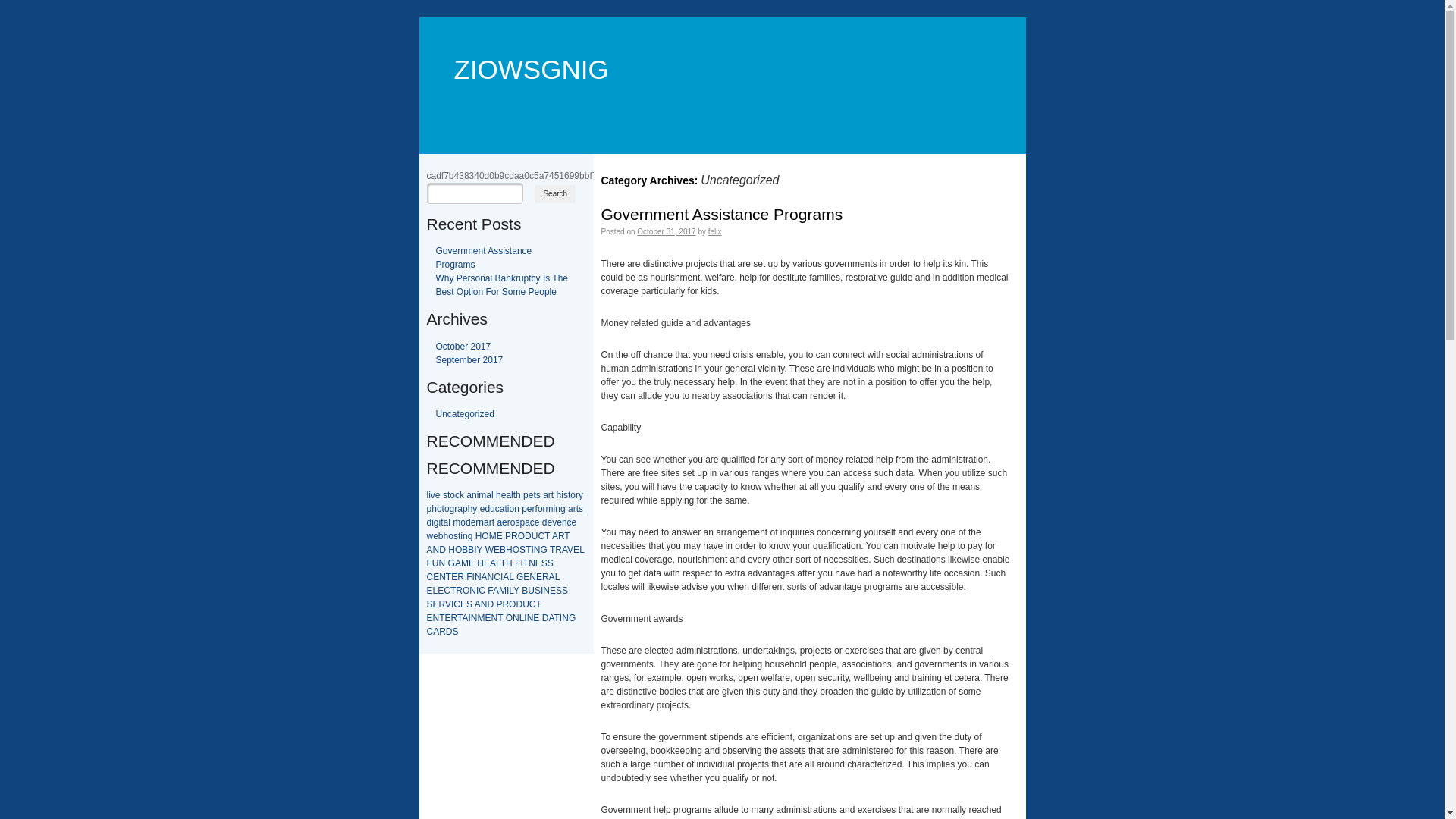  I want to click on 'E', so click(435, 604).